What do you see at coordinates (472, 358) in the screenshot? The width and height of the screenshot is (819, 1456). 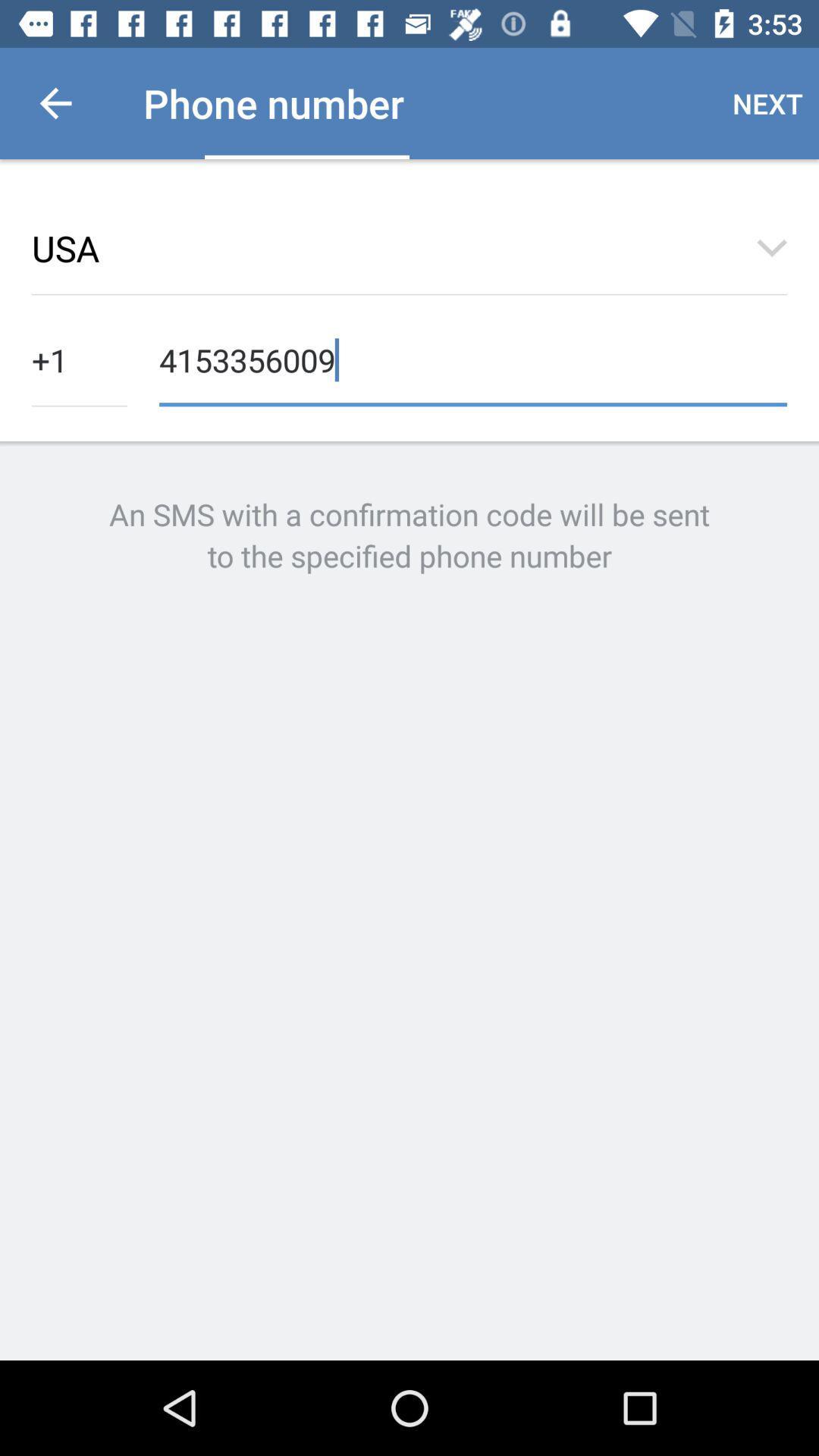 I see `icon below usa item` at bounding box center [472, 358].